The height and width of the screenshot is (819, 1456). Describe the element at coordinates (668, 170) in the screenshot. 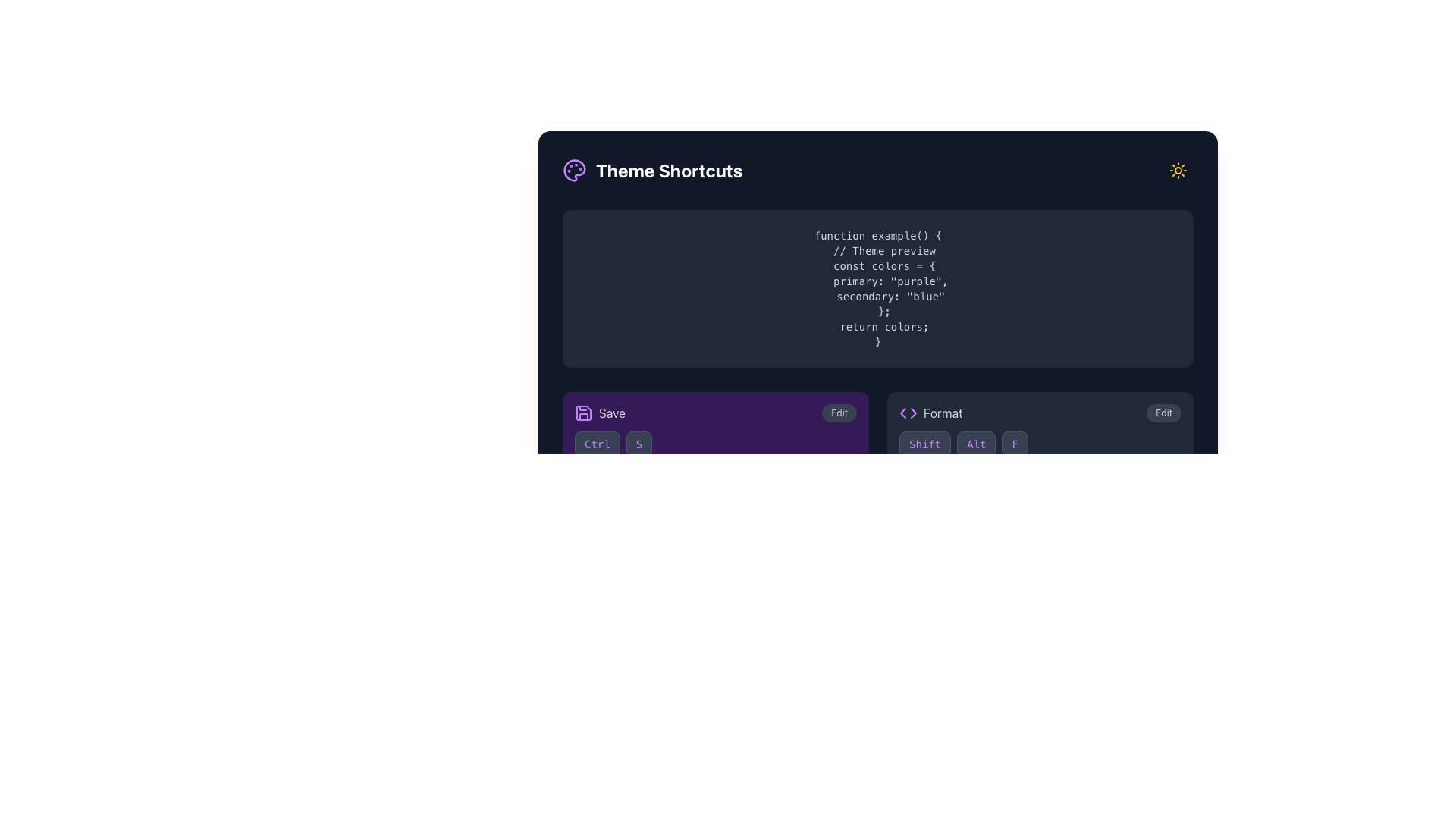

I see `the prominent static text label reading 'Theme Shortcuts', styled in bold, large white font against a dark background, located in the top-left quadrant of the interface` at that location.